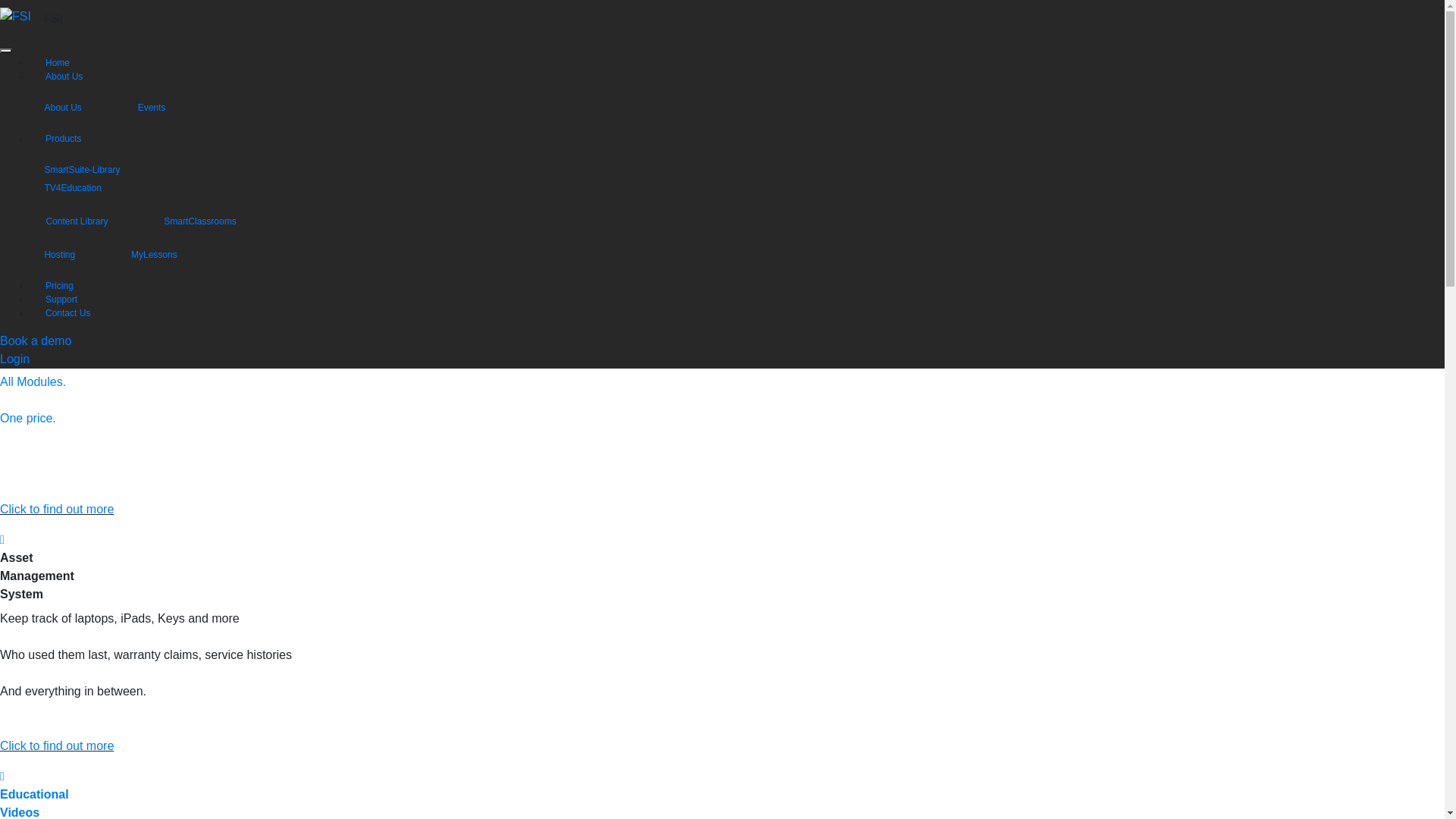  Describe the element at coordinates (14, 359) in the screenshot. I see `'Login'` at that location.